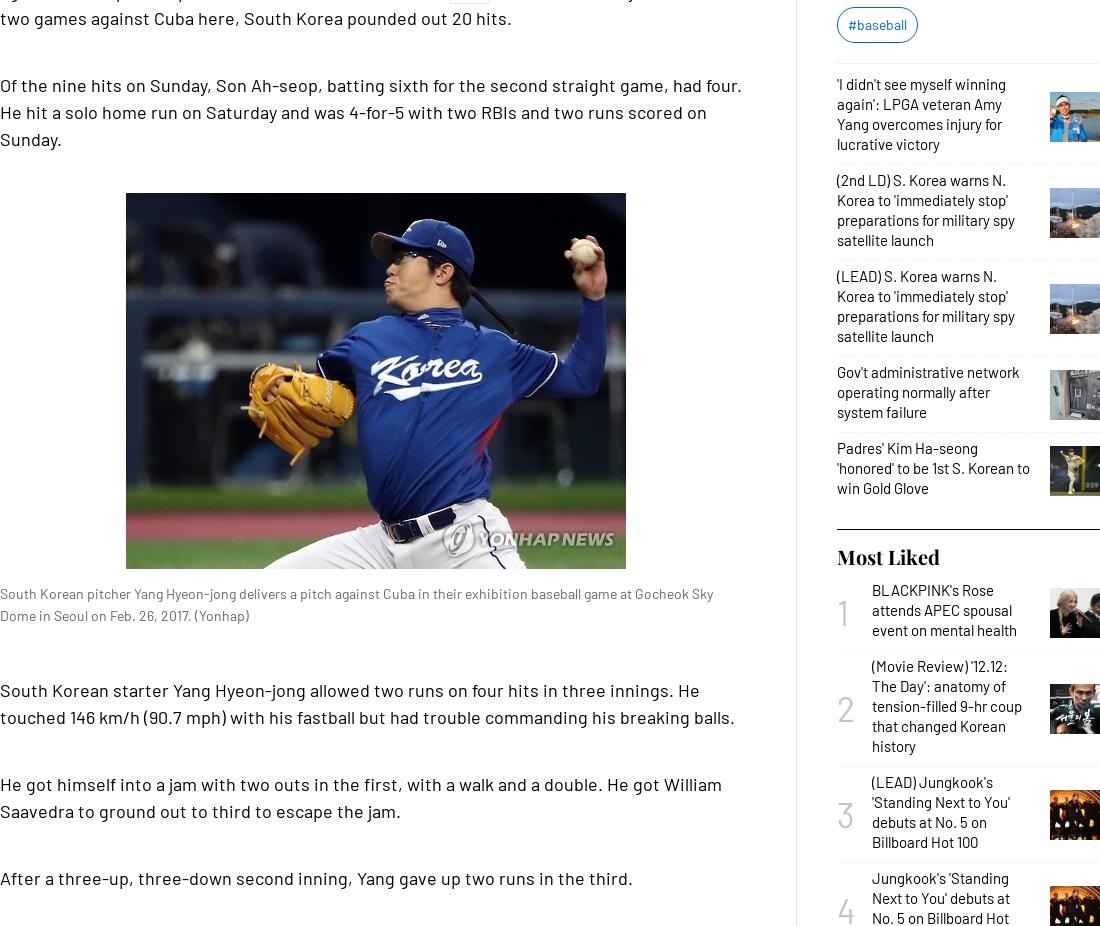 The image size is (1100, 926). What do you see at coordinates (0, 111) in the screenshot?
I see `'Of the nine hits on Sunday, Son Ah-seop, batting sixth for the second straight game, had four. He hit a solo home run on Saturday and was 4-for-5 with two RBIs and two runs scored on Sunday.'` at bounding box center [0, 111].